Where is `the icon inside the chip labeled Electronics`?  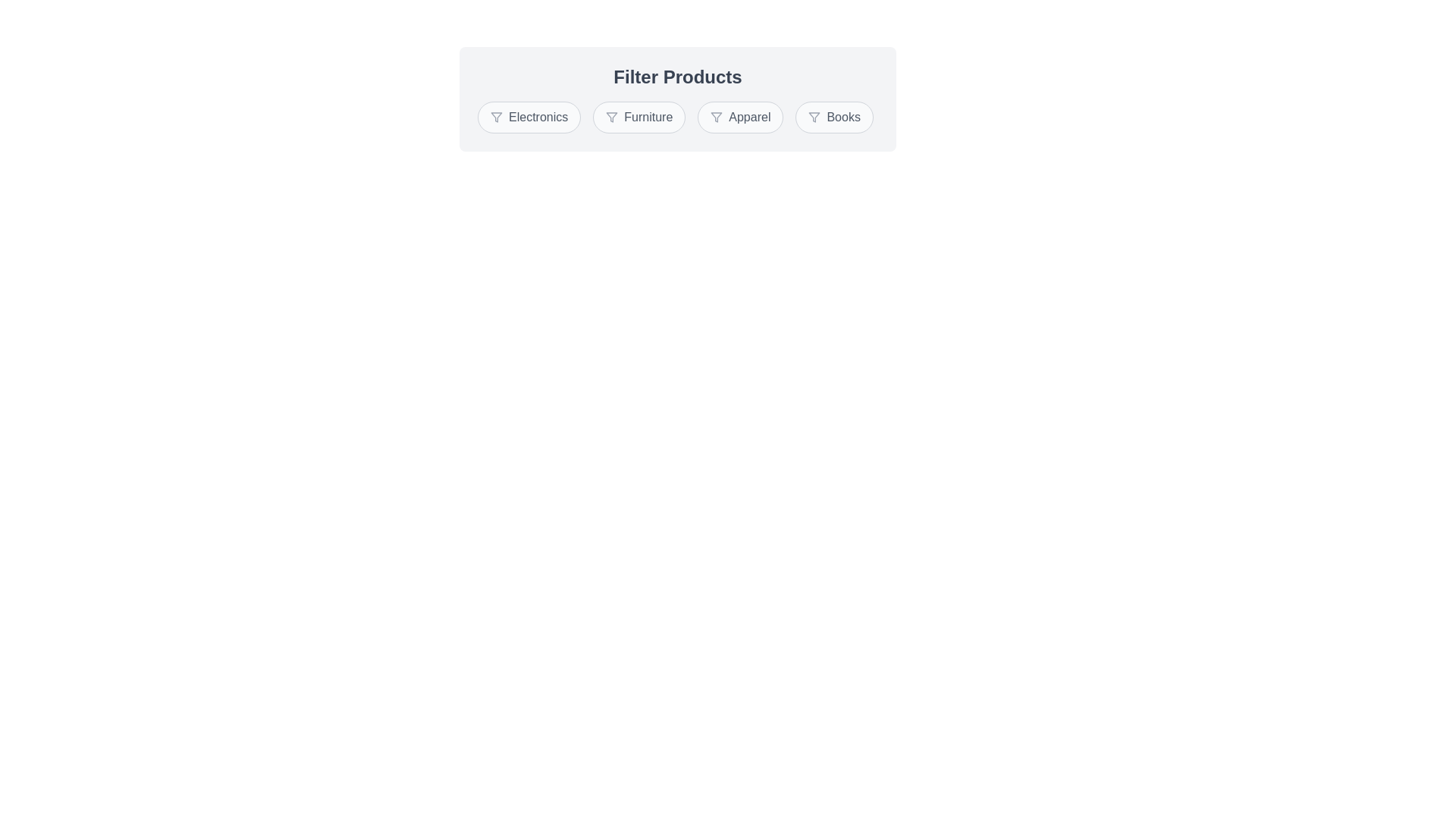
the icon inside the chip labeled Electronics is located at coordinates (496, 116).